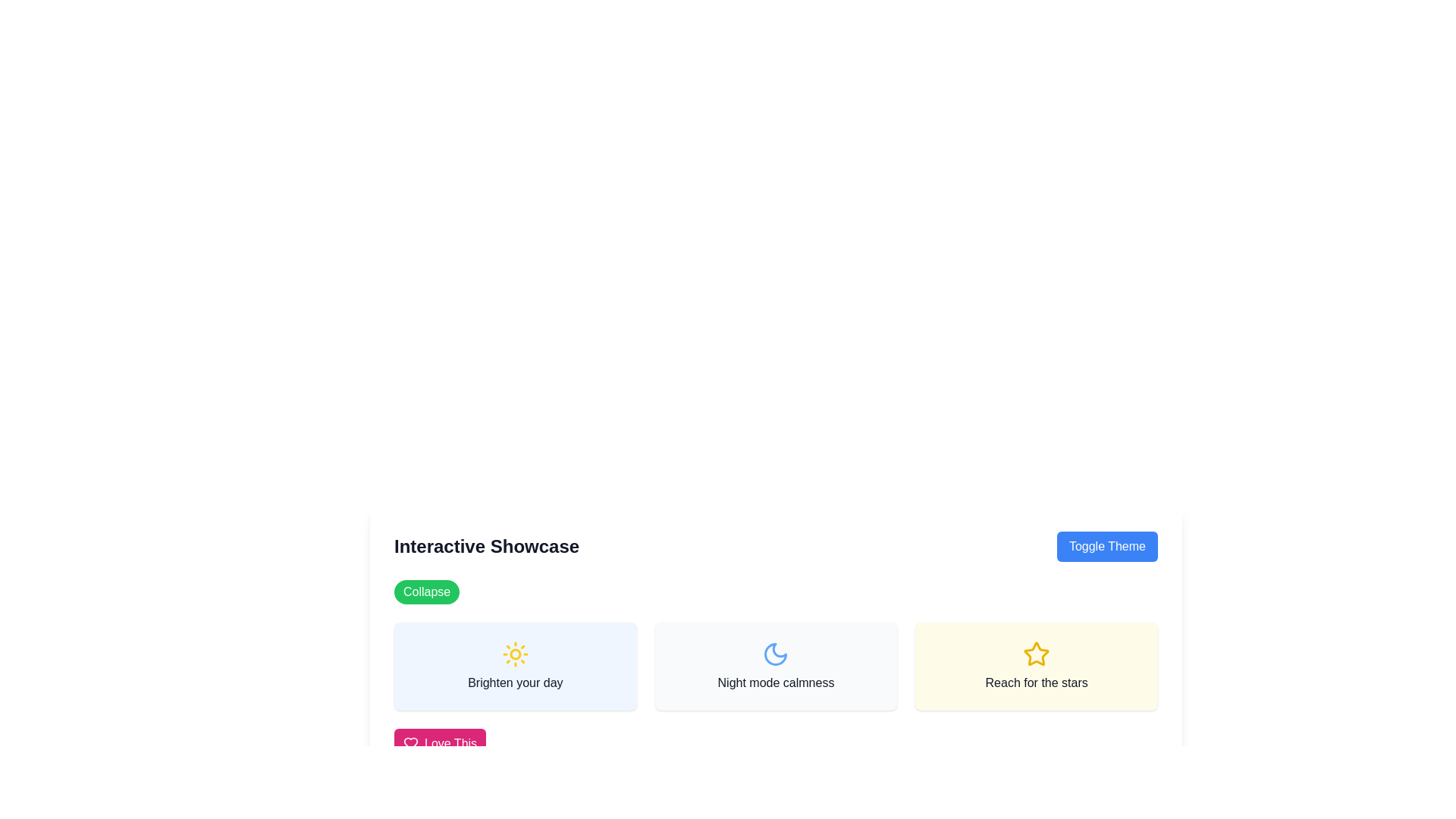 This screenshot has height=819, width=1456. I want to click on the middle card in the grid that presents the theme of night mode calmness, so click(776, 666).